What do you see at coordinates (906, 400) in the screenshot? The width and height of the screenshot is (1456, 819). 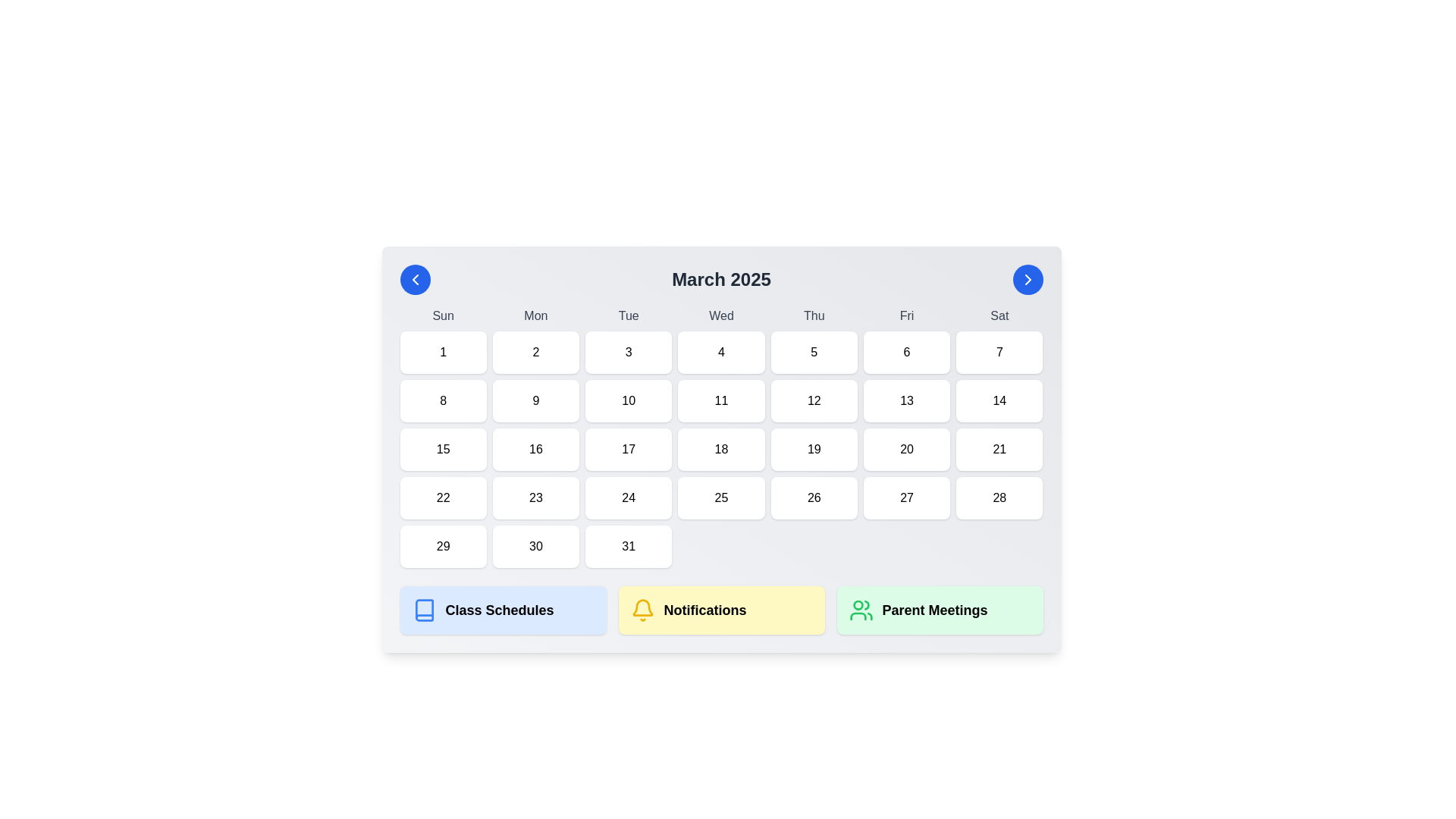 I see `the Calendar Date Cell displaying the number '13' located in the fifth column of the third row beneath the 'Fri' header` at bounding box center [906, 400].